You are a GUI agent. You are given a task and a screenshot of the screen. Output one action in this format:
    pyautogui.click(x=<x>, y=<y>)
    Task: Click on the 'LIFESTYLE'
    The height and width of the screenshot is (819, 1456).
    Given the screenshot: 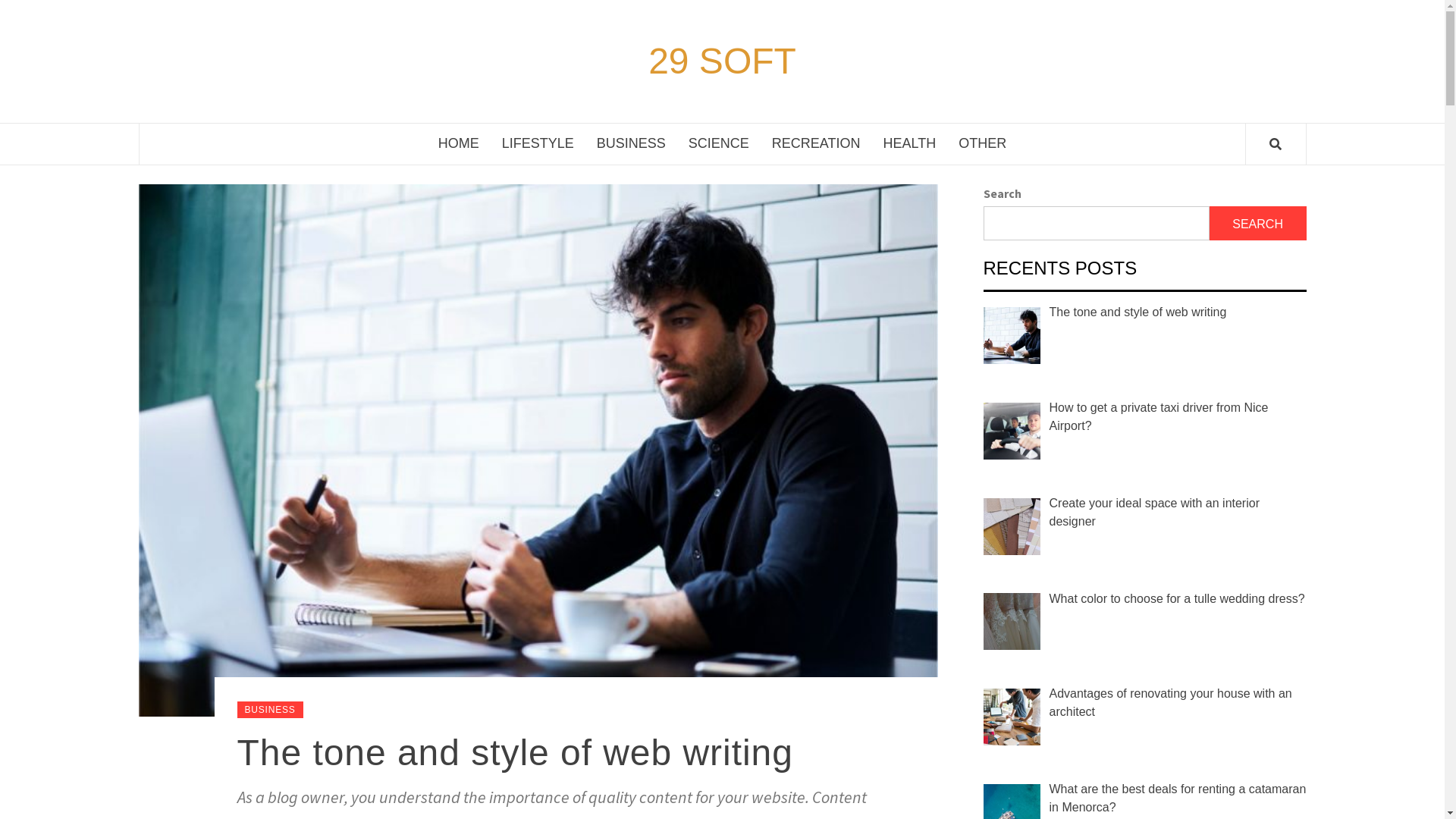 What is the action you would take?
    pyautogui.click(x=538, y=143)
    